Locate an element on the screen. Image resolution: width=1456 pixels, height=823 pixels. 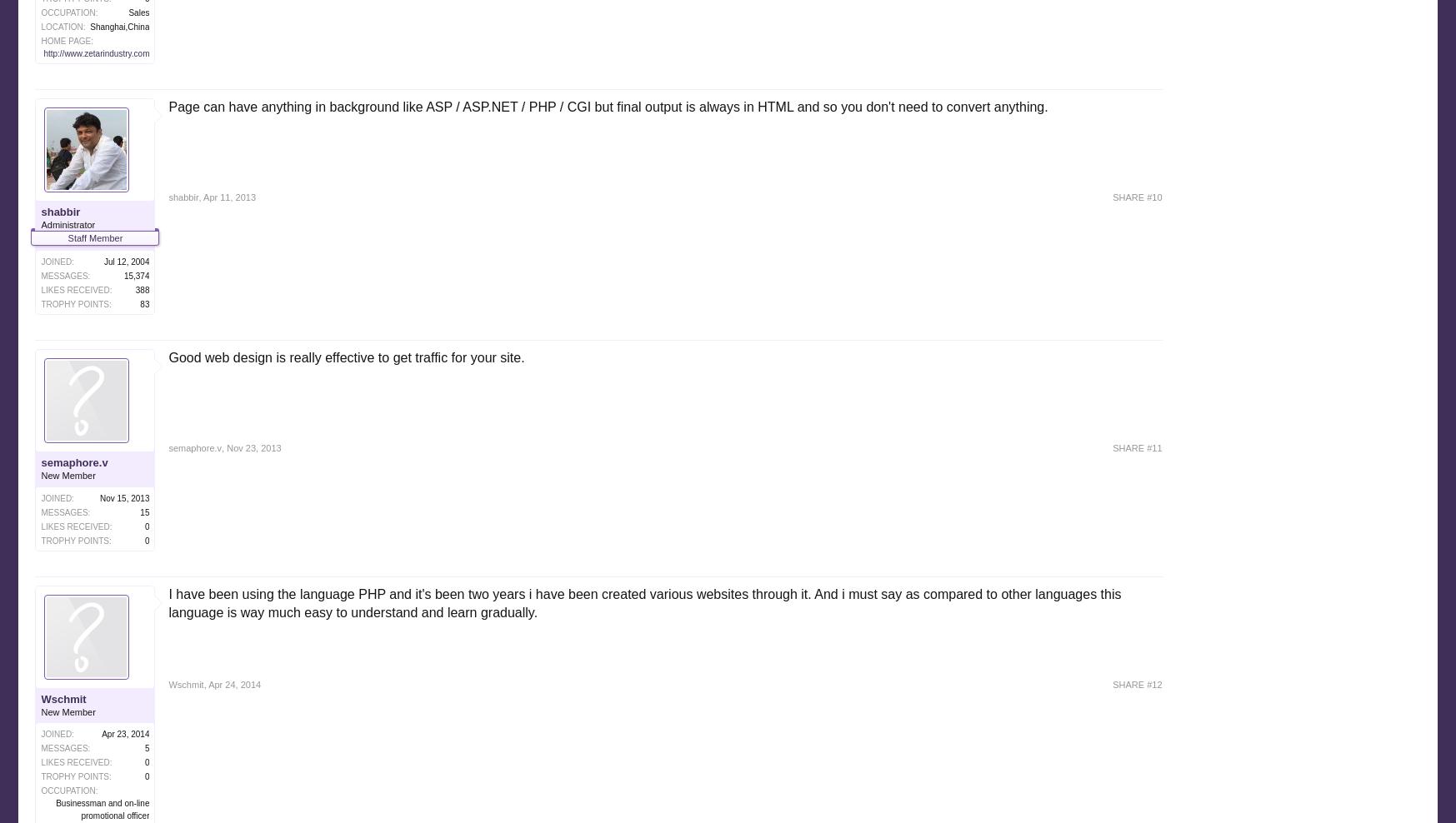
'15,374' is located at coordinates (135, 276).